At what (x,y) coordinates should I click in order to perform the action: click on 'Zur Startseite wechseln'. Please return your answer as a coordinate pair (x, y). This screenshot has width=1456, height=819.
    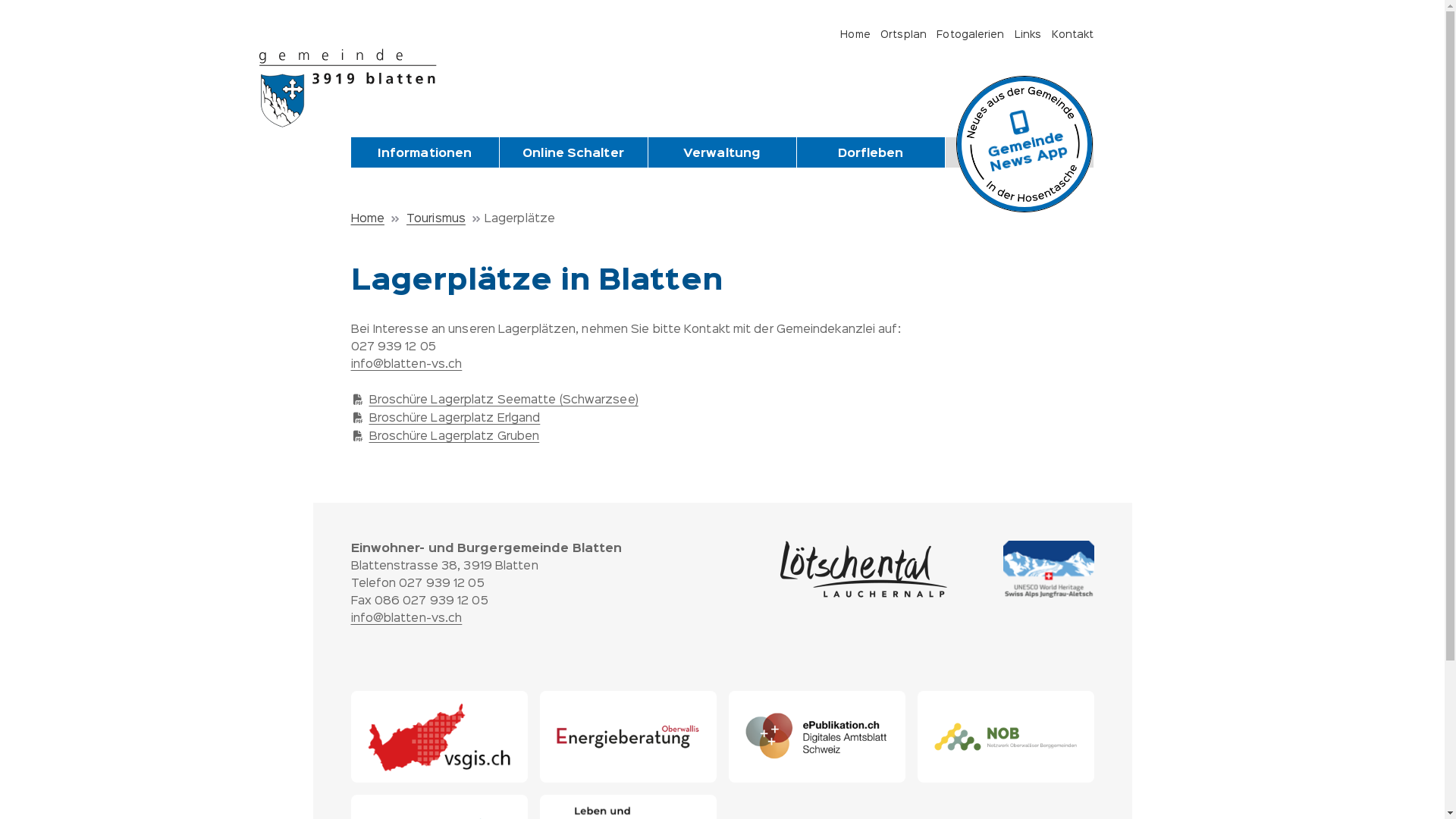
    Looking at the image, I should click on (353, 87).